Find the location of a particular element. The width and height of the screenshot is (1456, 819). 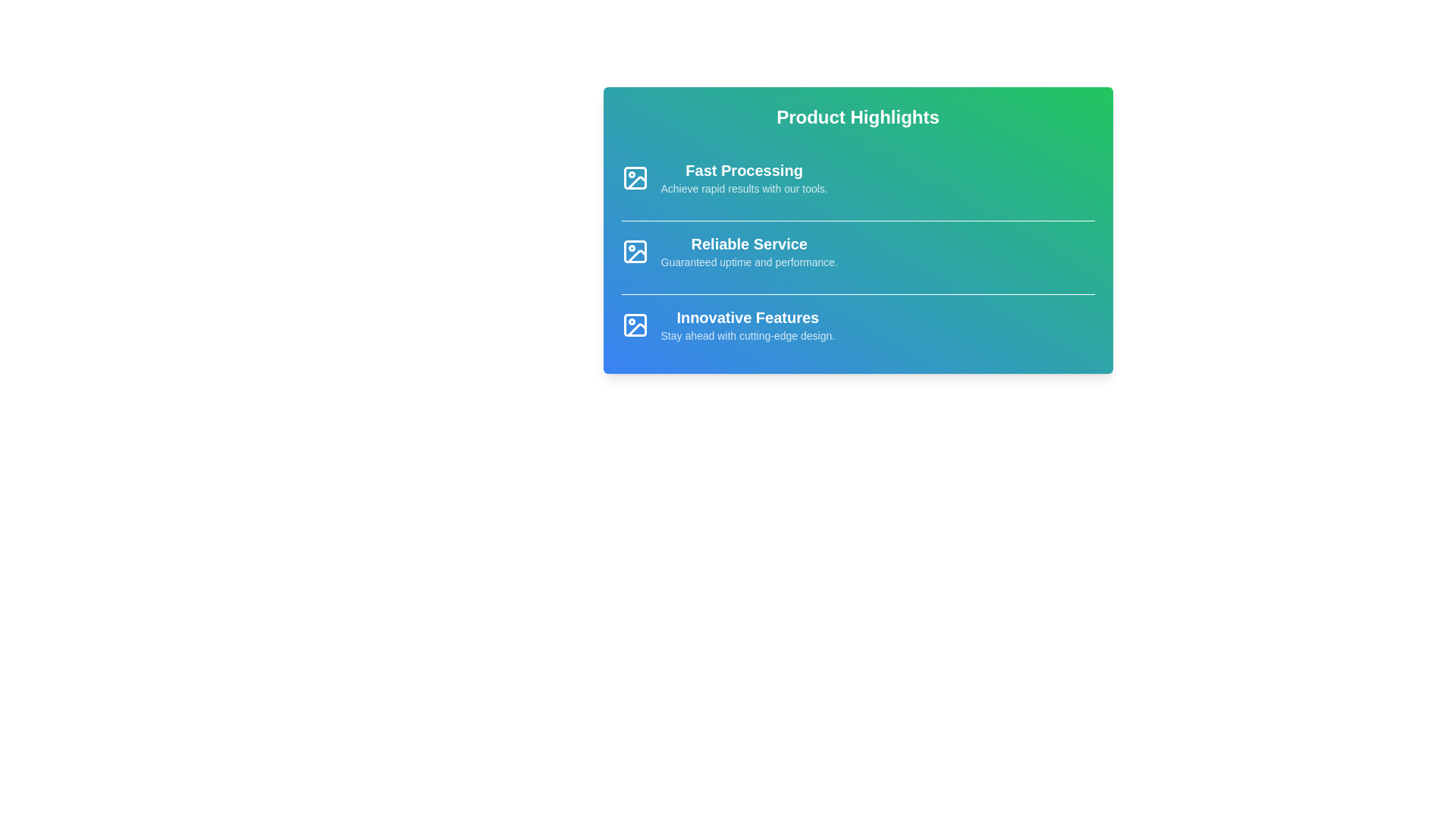

the Text Block element displaying 'Fast Processing', which is the first item in a vertical list and positioned on the right side of a small icon is located at coordinates (744, 177).